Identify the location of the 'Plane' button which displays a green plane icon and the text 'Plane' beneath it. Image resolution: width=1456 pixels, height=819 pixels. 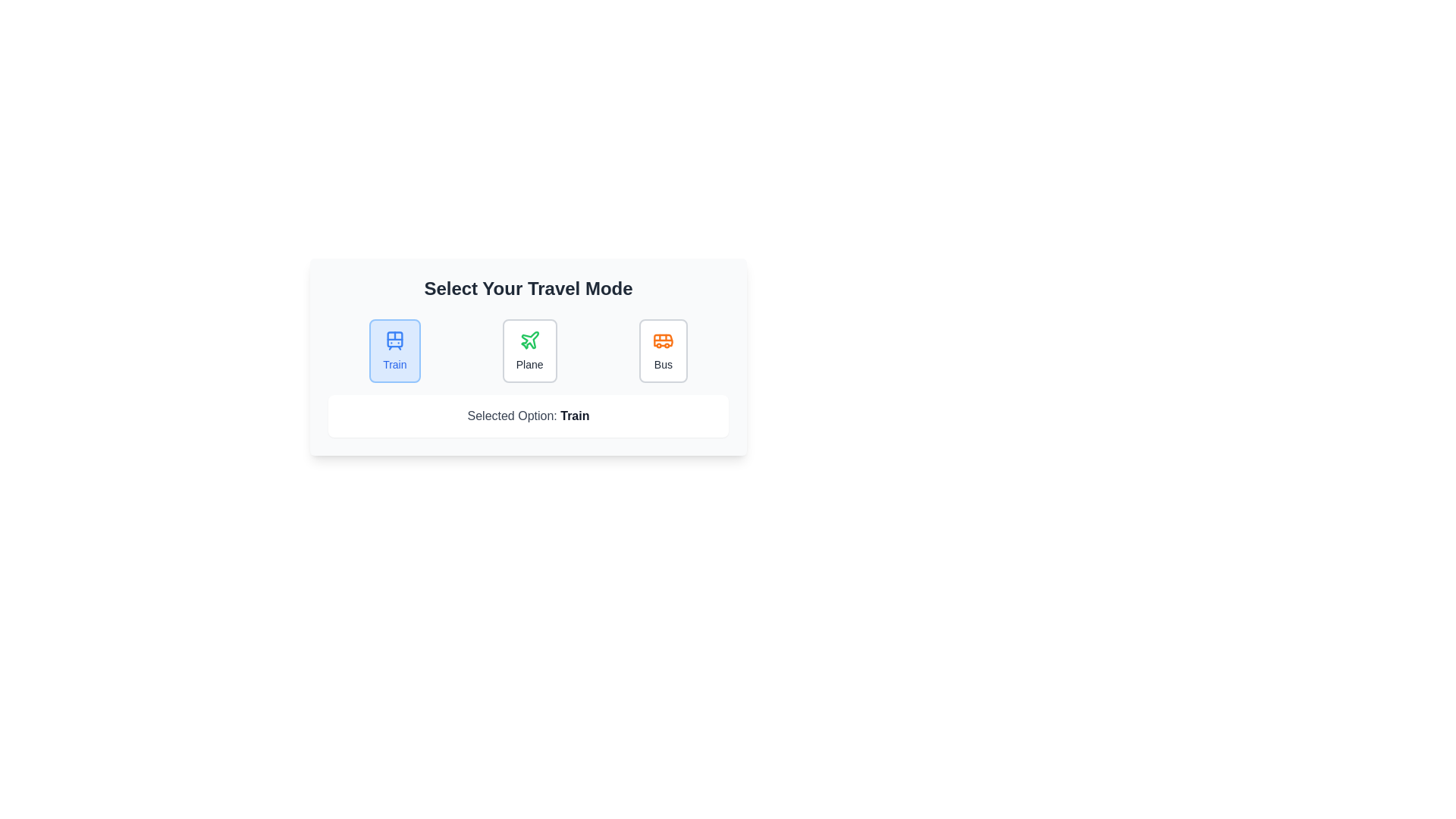
(529, 350).